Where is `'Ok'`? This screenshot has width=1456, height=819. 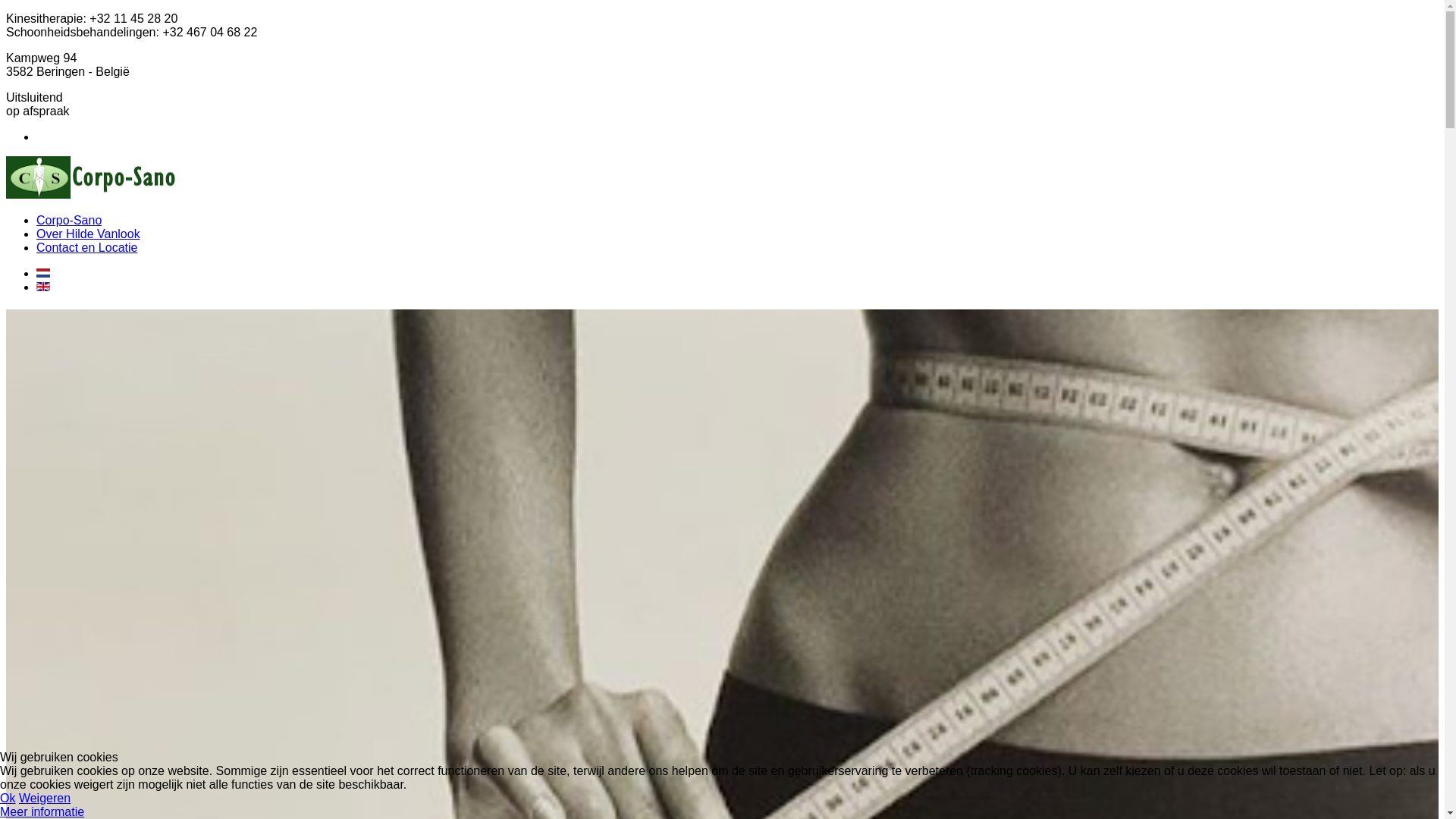
'Ok' is located at coordinates (0, 797).